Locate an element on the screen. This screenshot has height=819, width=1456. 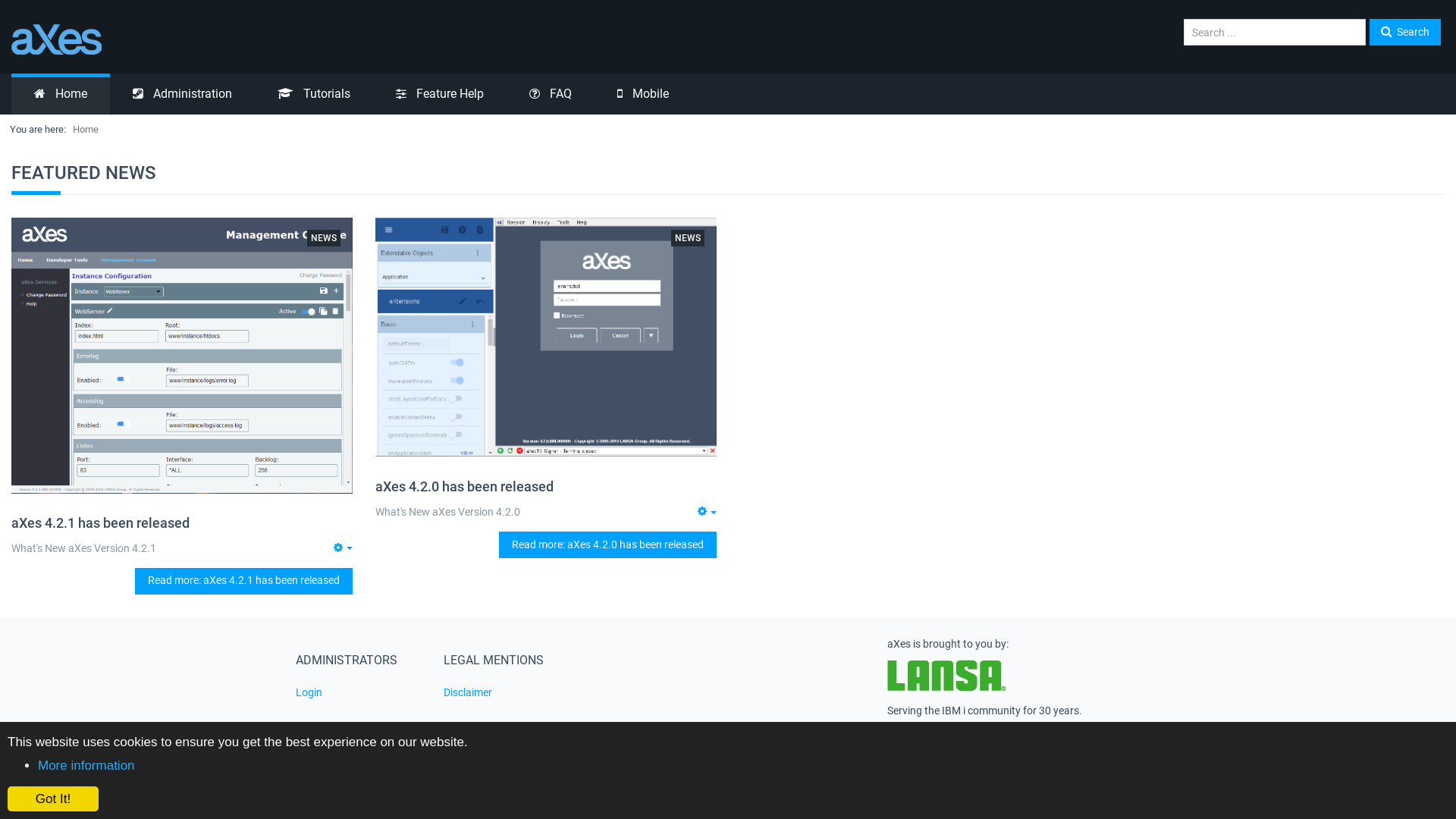
'FAQ' is located at coordinates (506, 93).